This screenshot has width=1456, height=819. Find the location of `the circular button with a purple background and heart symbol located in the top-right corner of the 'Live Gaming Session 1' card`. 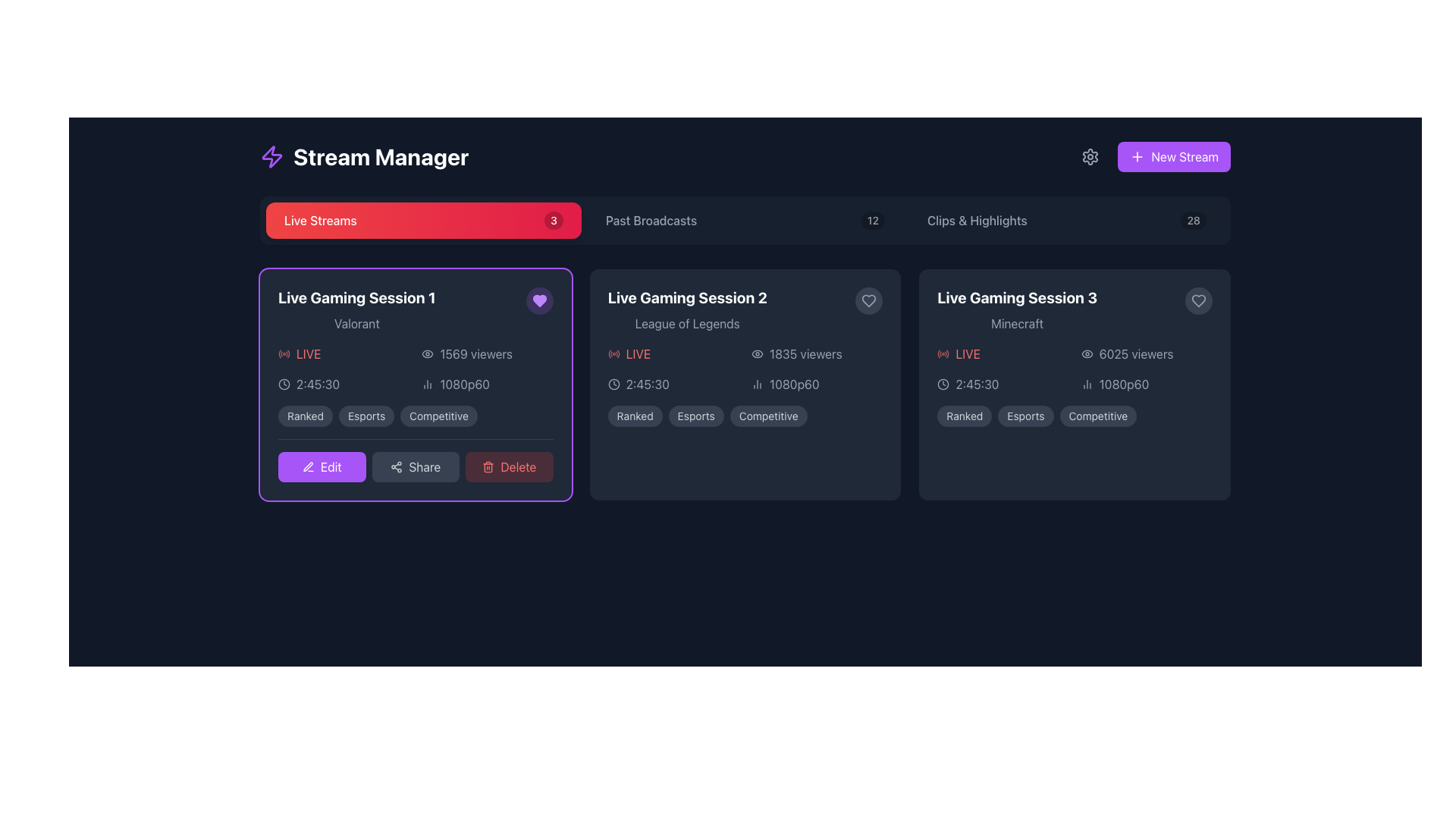

the circular button with a purple background and heart symbol located in the top-right corner of the 'Live Gaming Session 1' card is located at coordinates (539, 301).